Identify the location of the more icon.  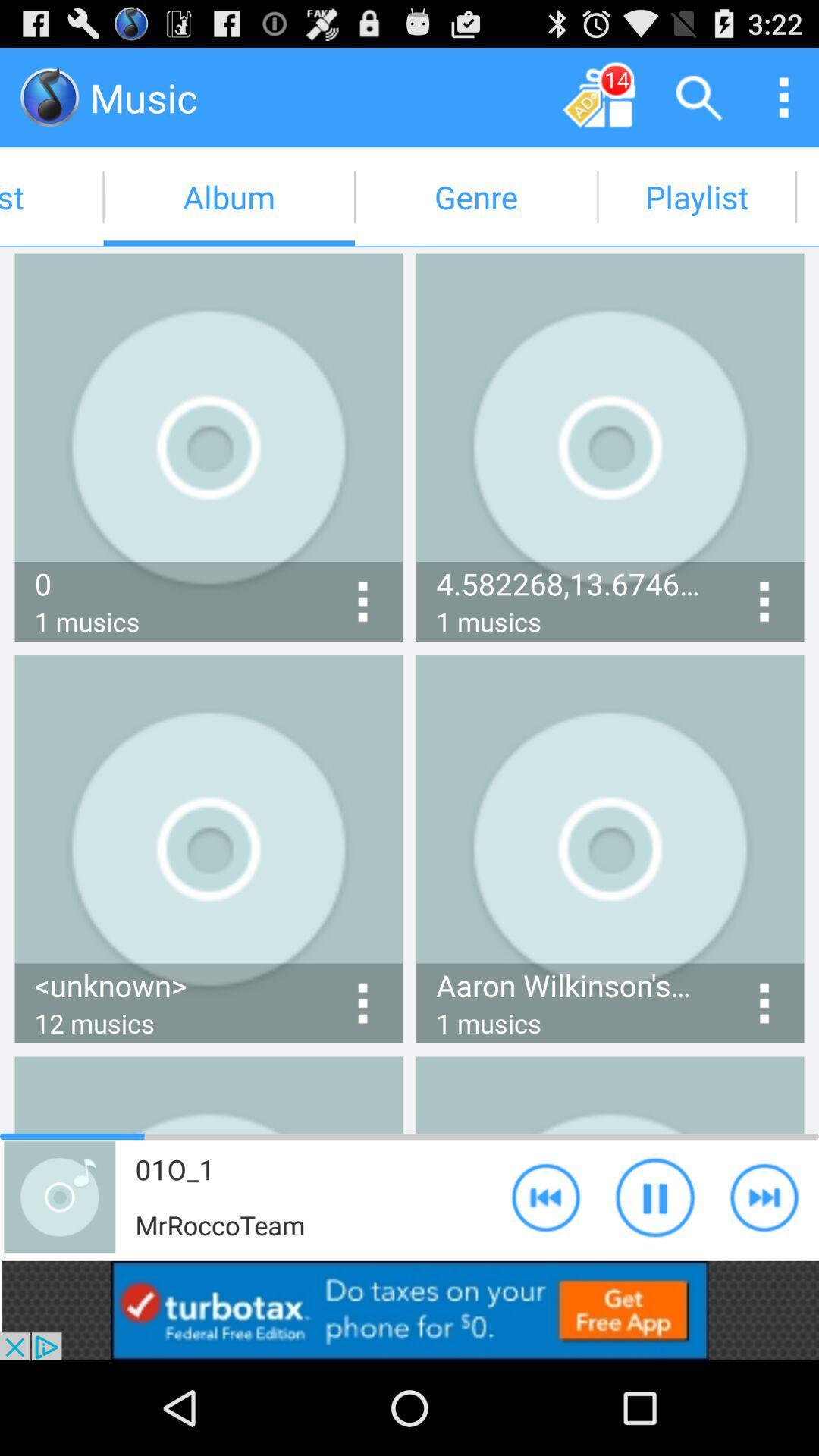
(783, 103).